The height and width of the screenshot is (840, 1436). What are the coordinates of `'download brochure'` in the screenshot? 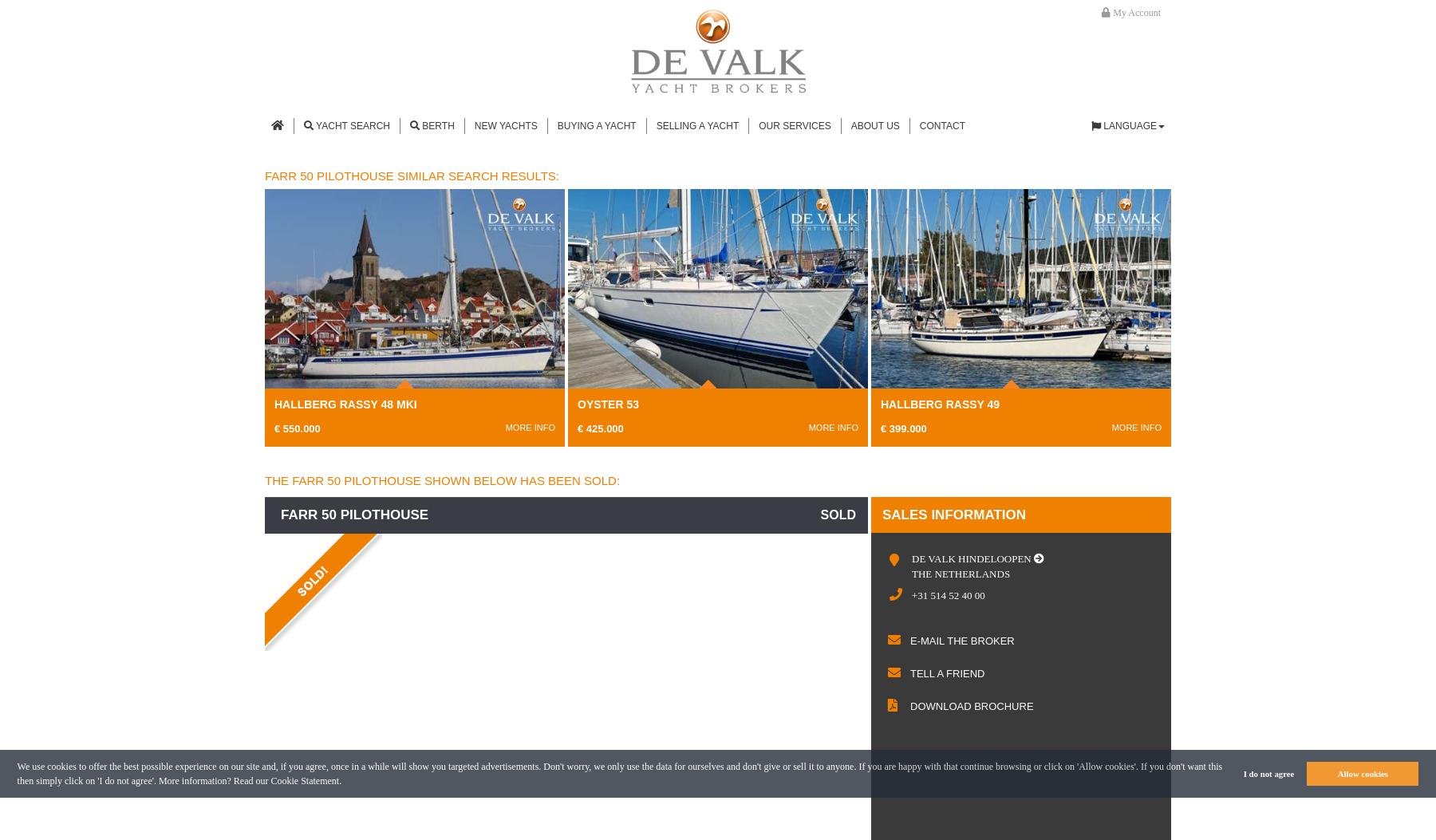 It's located at (909, 706).